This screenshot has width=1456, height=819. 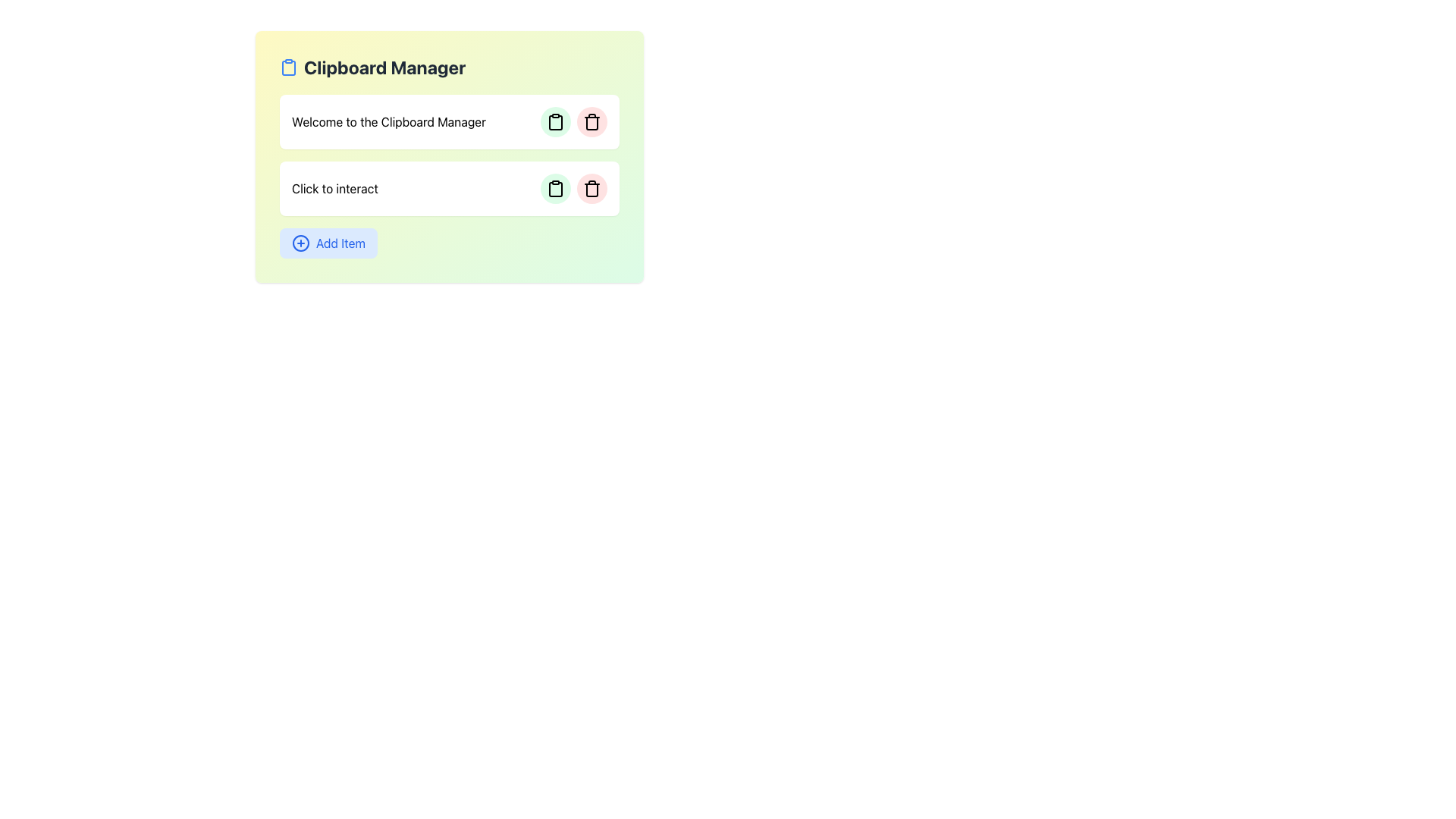 What do you see at coordinates (555, 188) in the screenshot?
I see `the clipboard icon button, which is black and enclosed in a circular light green background` at bounding box center [555, 188].